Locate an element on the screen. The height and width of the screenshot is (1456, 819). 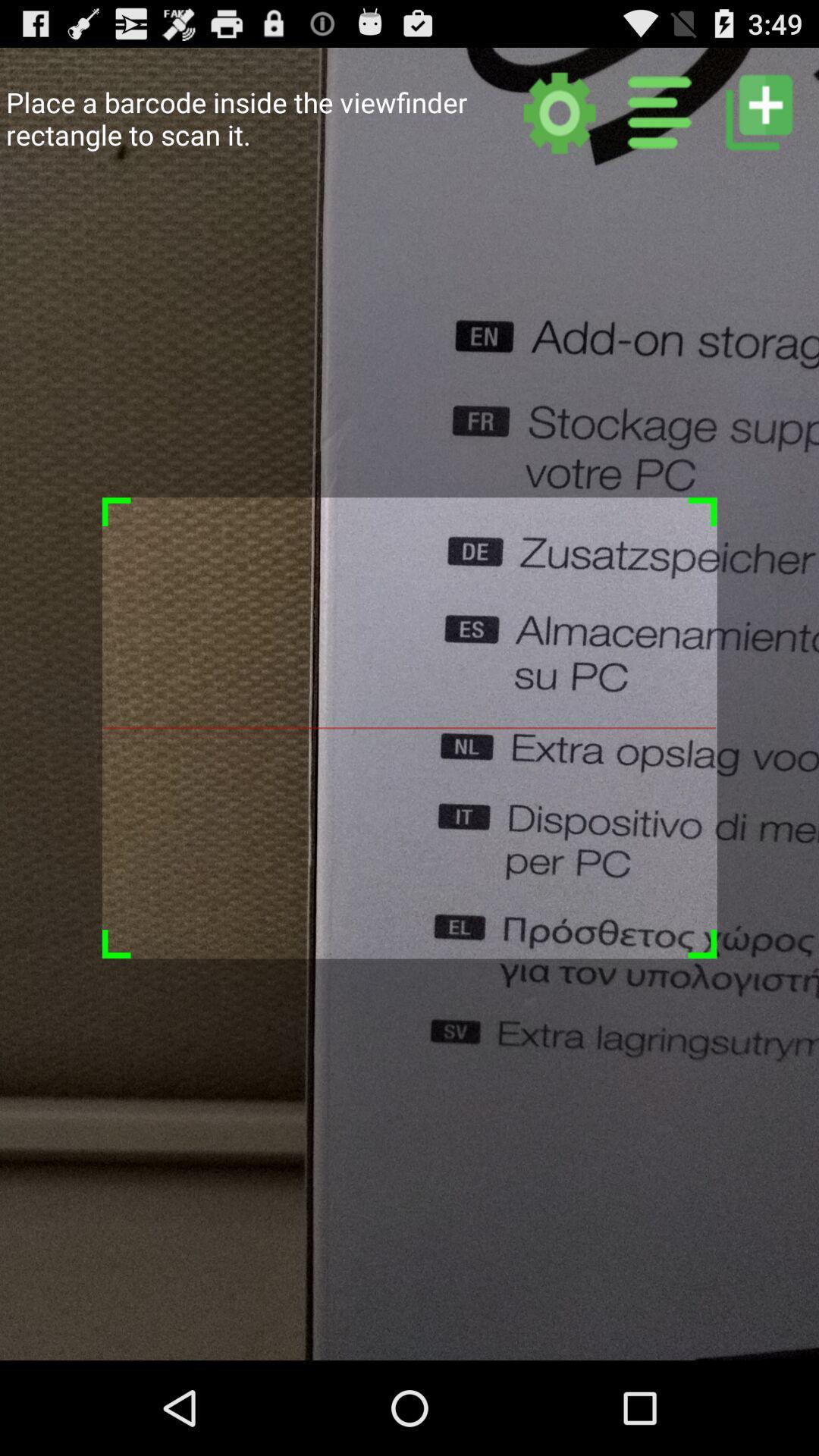
the item to the right of place a barcode item is located at coordinates (560, 111).